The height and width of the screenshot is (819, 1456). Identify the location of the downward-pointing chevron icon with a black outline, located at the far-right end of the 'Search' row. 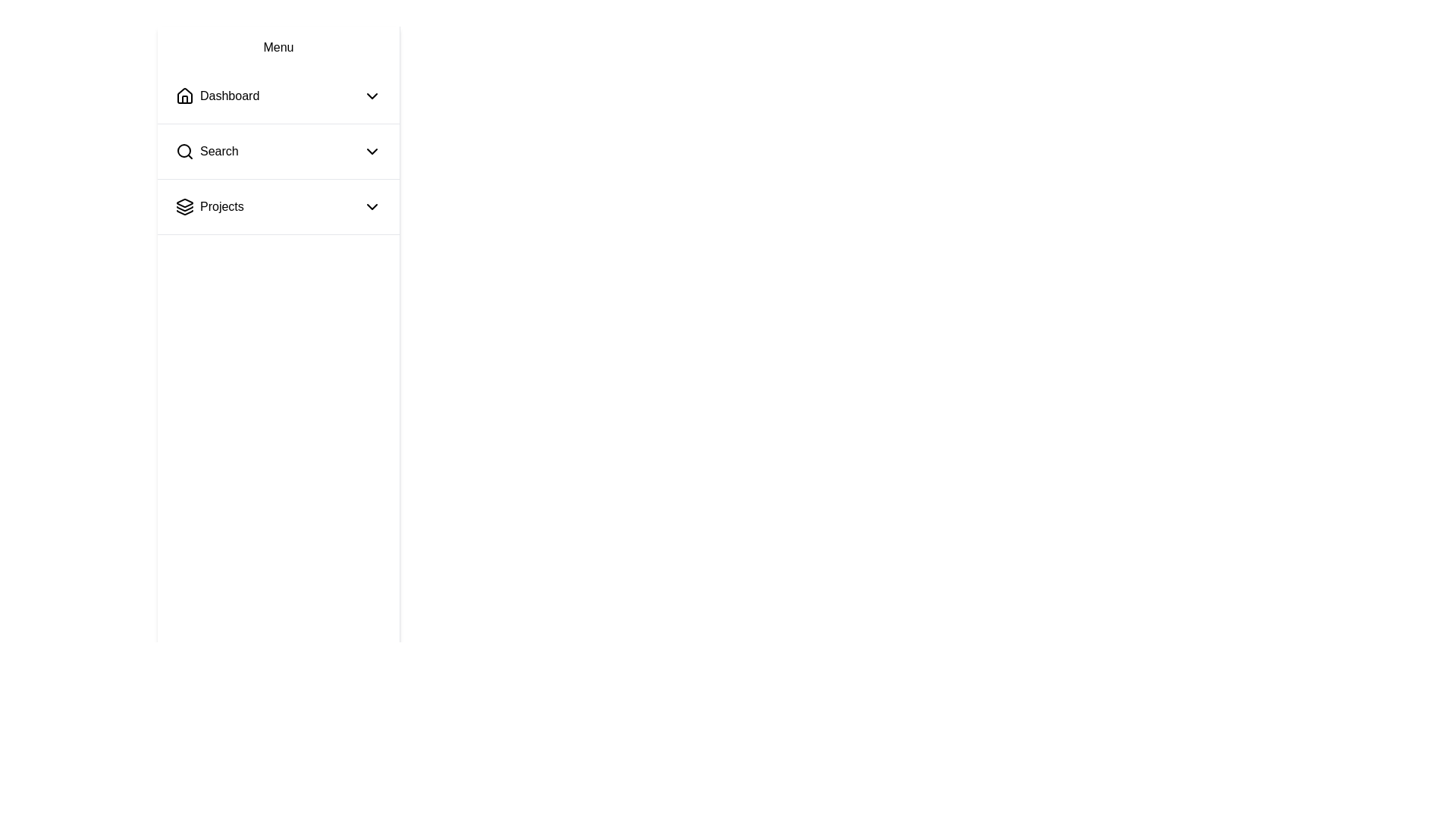
(372, 152).